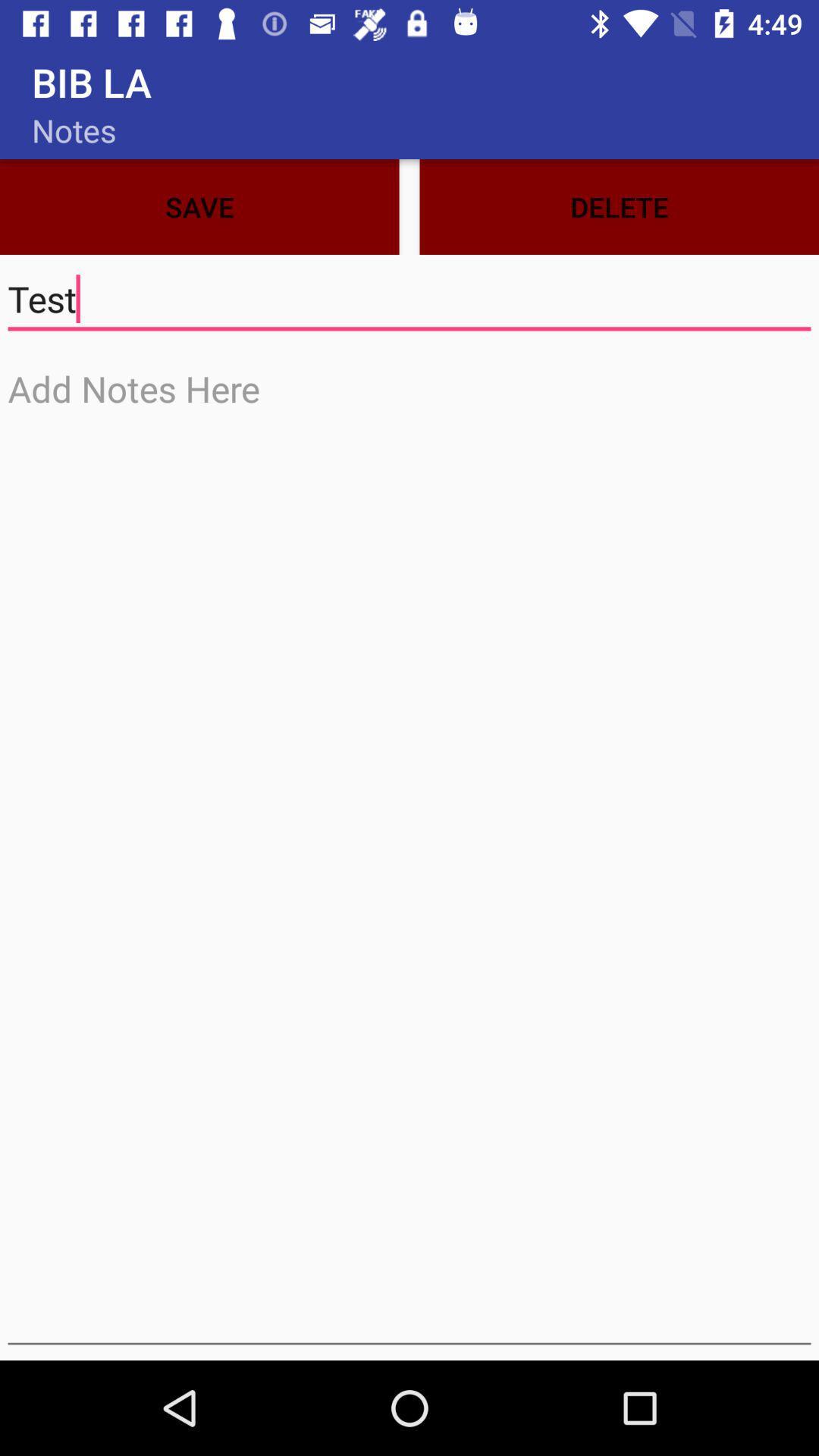 This screenshot has height=1456, width=819. What do you see at coordinates (619, 206) in the screenshot?
I see `the delete at the top right corner` at bounding box center [619, 206].